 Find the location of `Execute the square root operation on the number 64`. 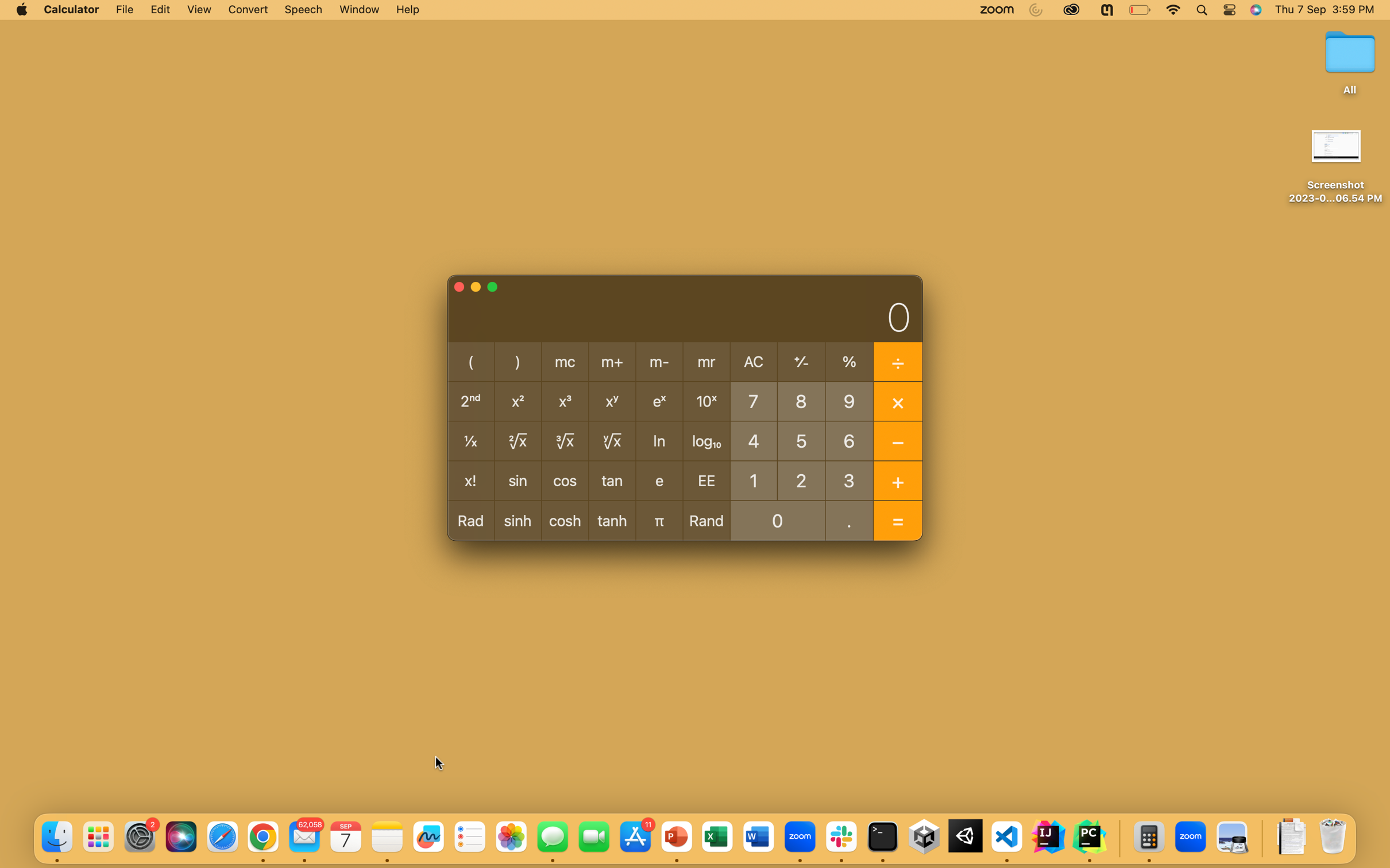

Execute the square root operation on the number 64 is located at coordinates (848, 440).